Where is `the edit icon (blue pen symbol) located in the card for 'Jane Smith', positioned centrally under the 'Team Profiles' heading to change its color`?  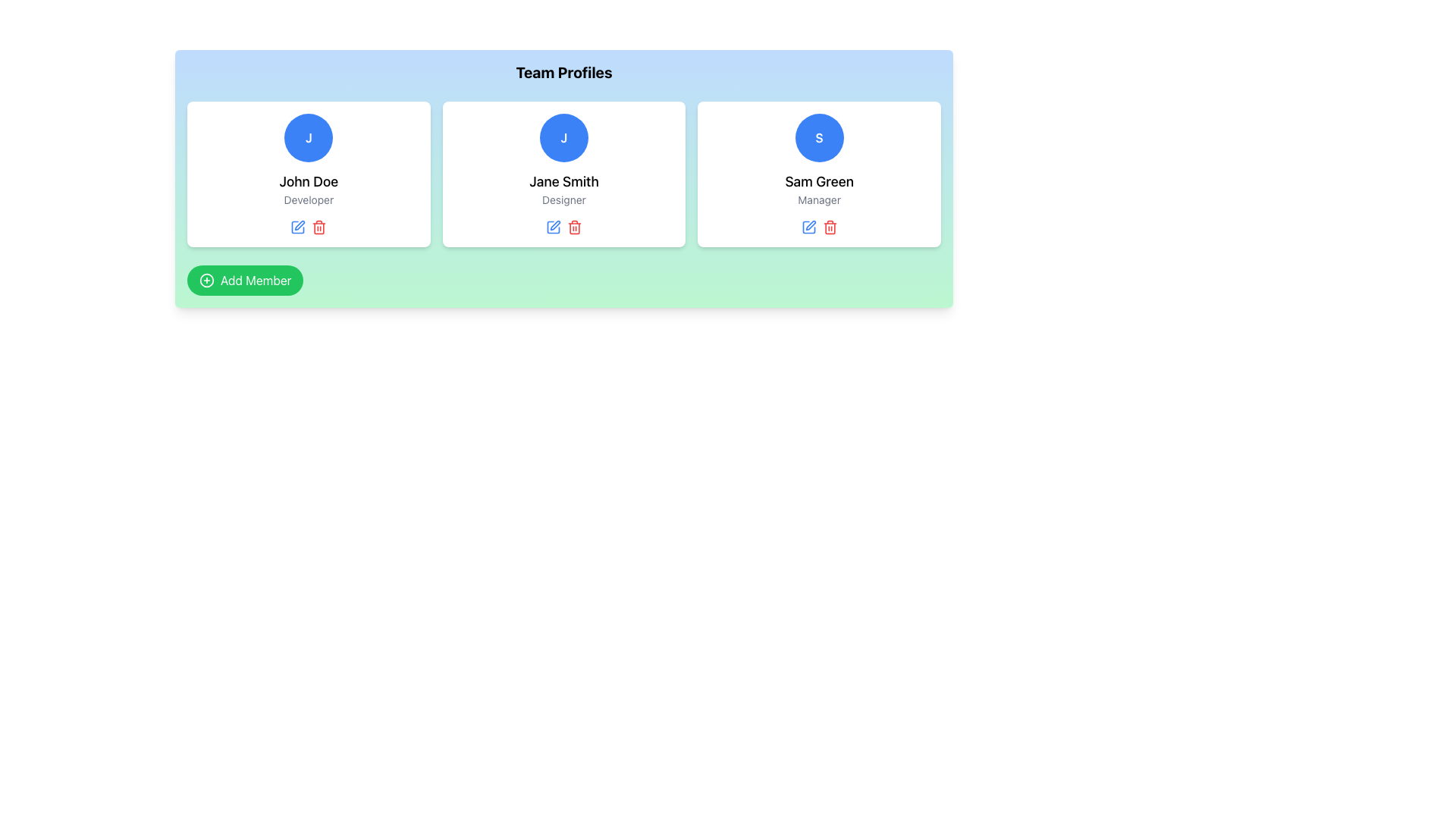 the edit icon (blue pen symbol) located in the card for 'Jane Smith', positioned centrally under the 'Team Profiles' heading to change its color is located at coordinates (552, 227).